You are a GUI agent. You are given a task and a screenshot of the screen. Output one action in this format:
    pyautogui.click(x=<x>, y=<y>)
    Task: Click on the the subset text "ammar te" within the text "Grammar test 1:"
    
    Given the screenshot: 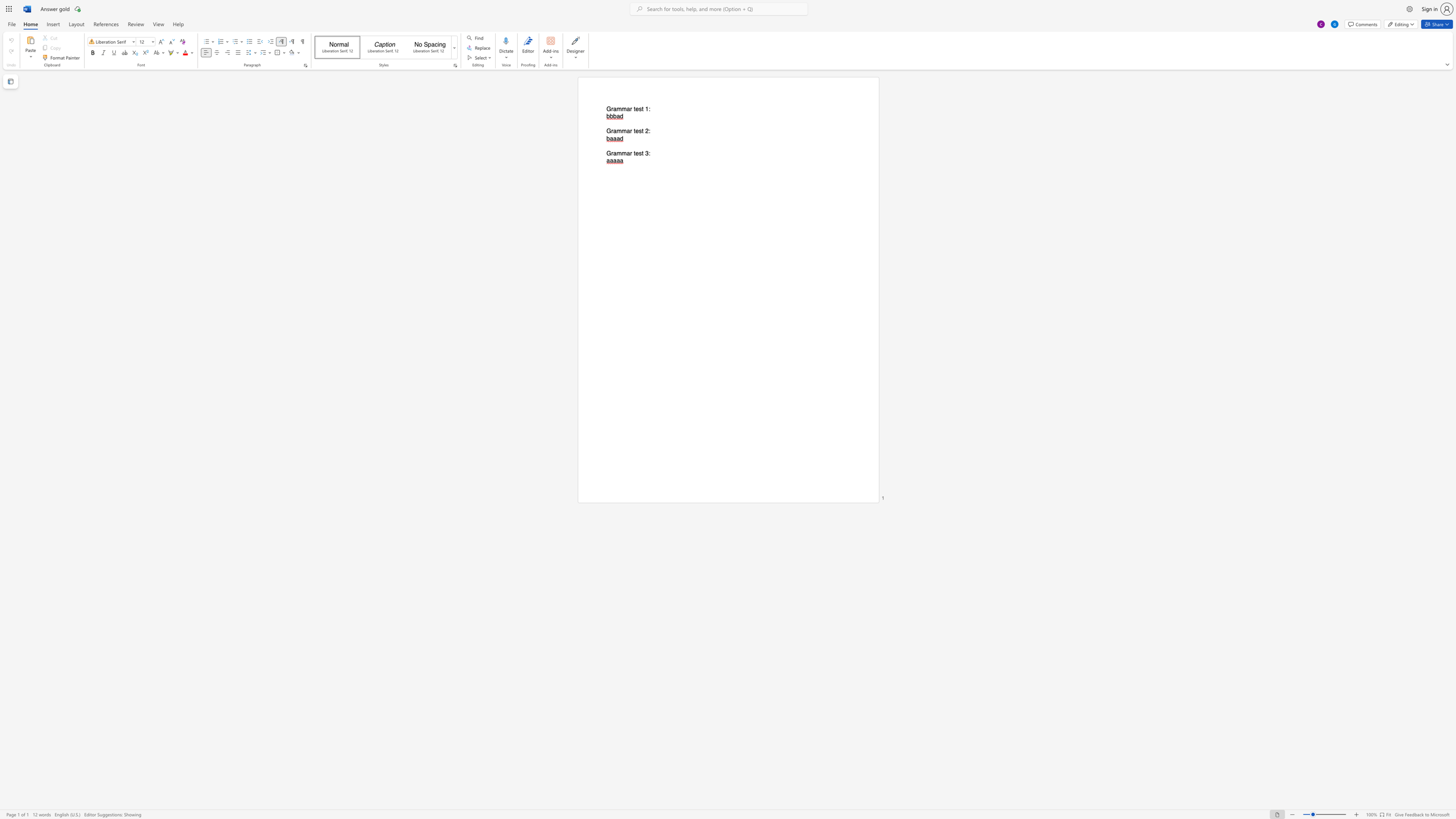 What is the action you would take?
    pyautogui.click(x=613, y=109)
    